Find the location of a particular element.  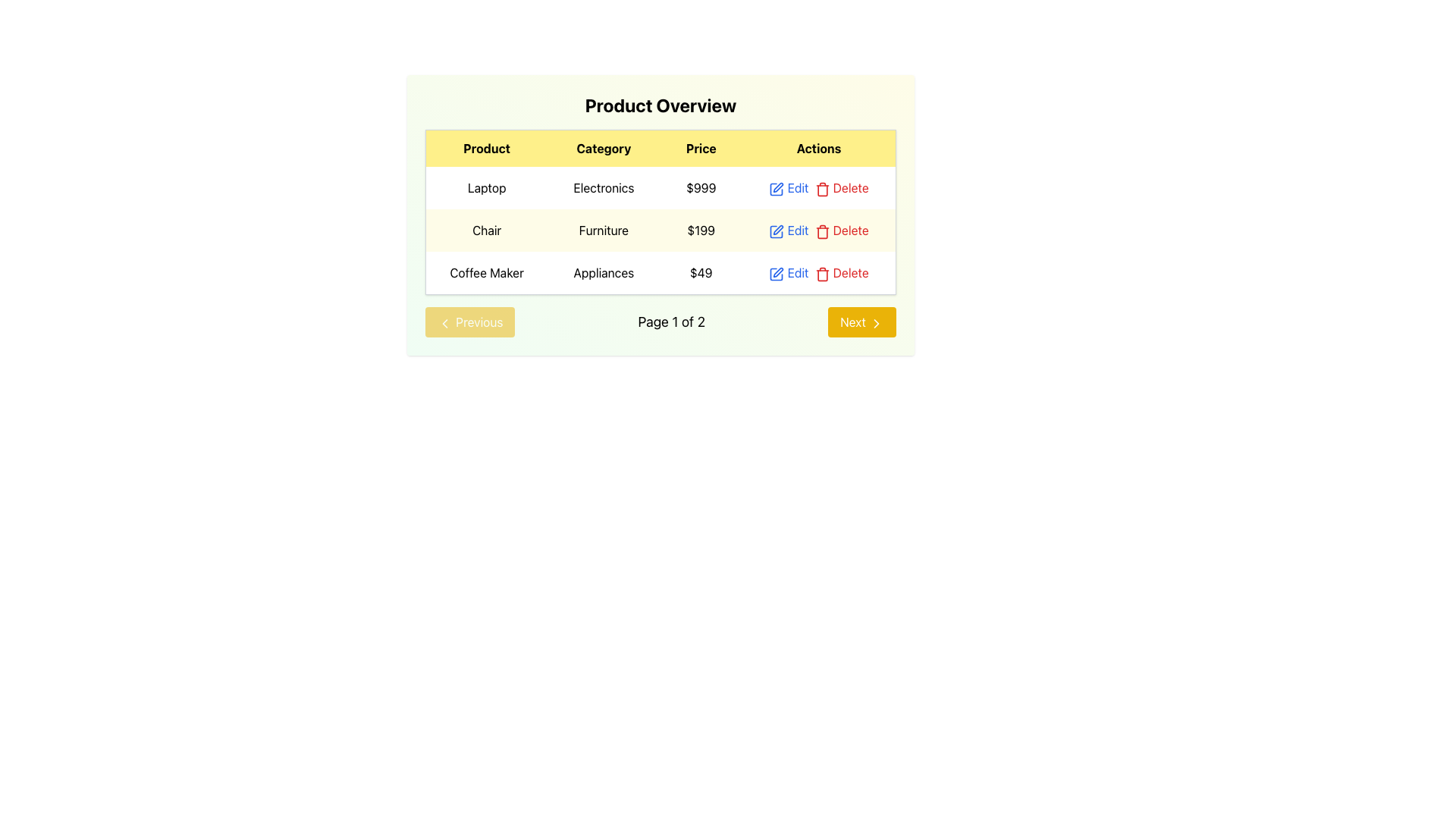

the disabled 'Previous' button with a yellow background and white text, located in the bottom navigation section of the panel is located at coordinates (469, 321).